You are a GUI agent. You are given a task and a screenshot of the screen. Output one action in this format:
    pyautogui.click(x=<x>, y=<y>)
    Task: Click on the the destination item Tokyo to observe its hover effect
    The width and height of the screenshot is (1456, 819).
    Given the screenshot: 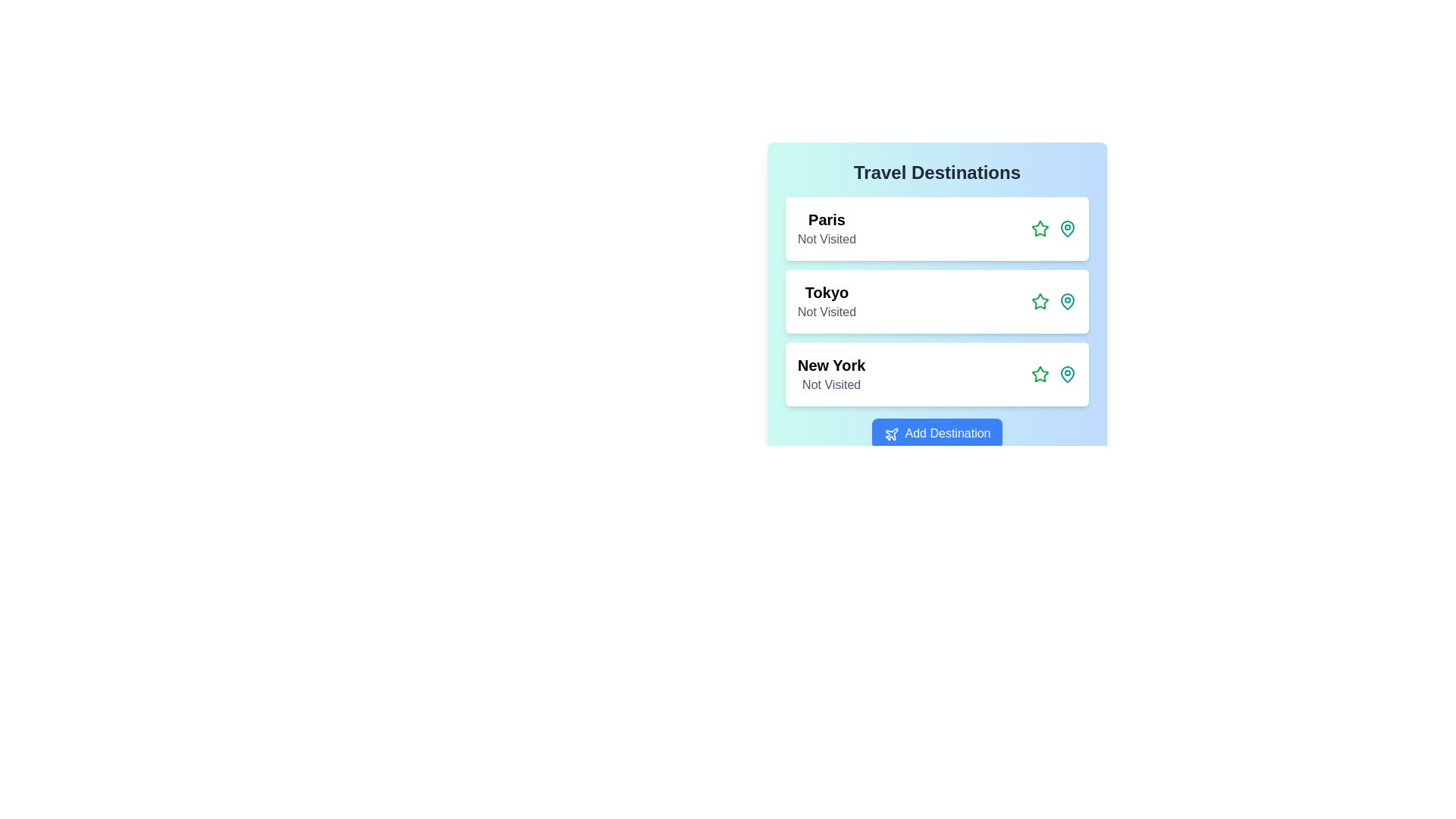 What is the action you would take?
    pyautogui.click(x=937, y=301)
    